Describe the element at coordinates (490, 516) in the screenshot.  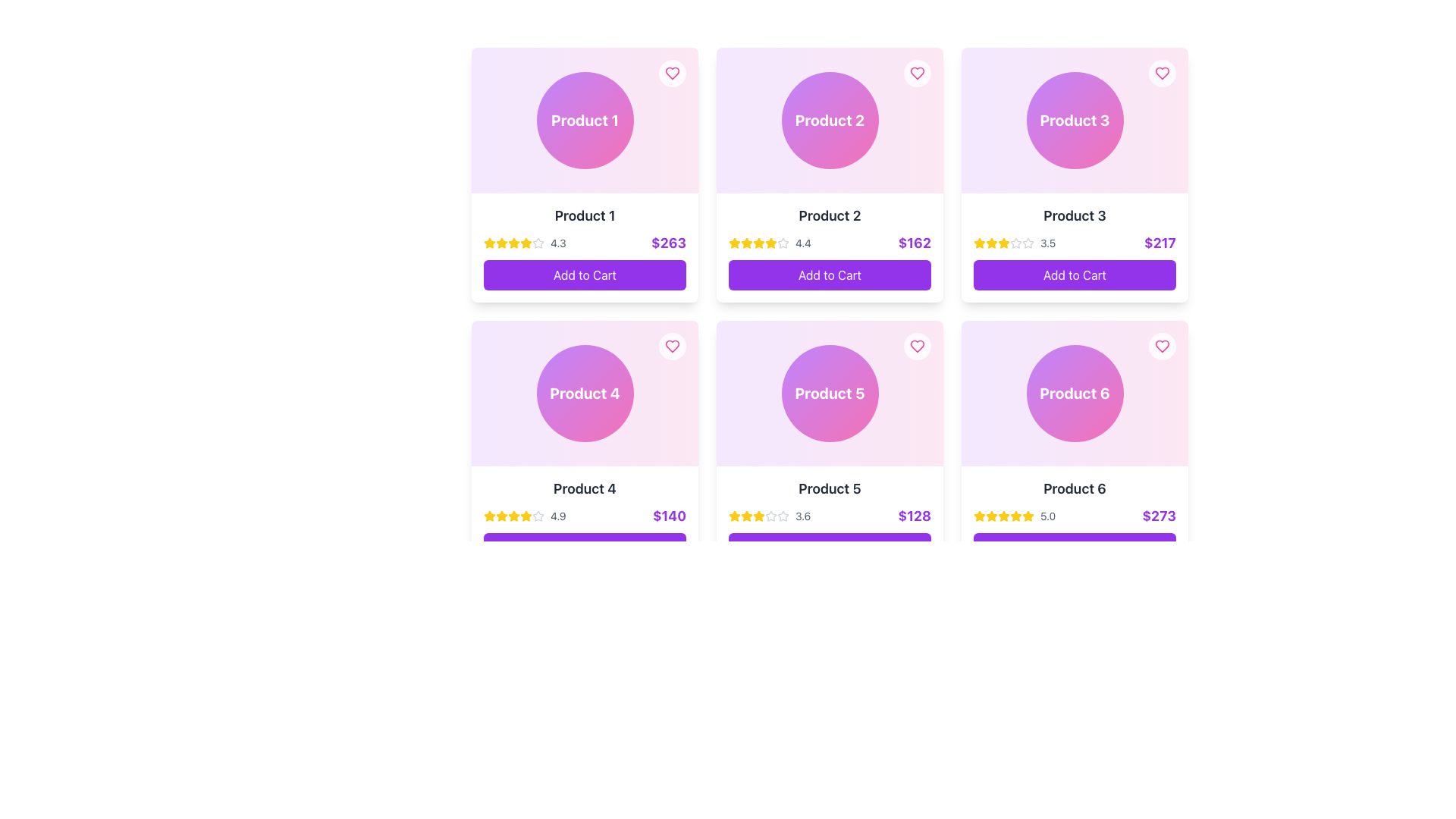
I see `the first star-shaped rating icon for 'Product 4' located in the second row, first column of the grid, which visually represents a rating of 4.9` at that location.